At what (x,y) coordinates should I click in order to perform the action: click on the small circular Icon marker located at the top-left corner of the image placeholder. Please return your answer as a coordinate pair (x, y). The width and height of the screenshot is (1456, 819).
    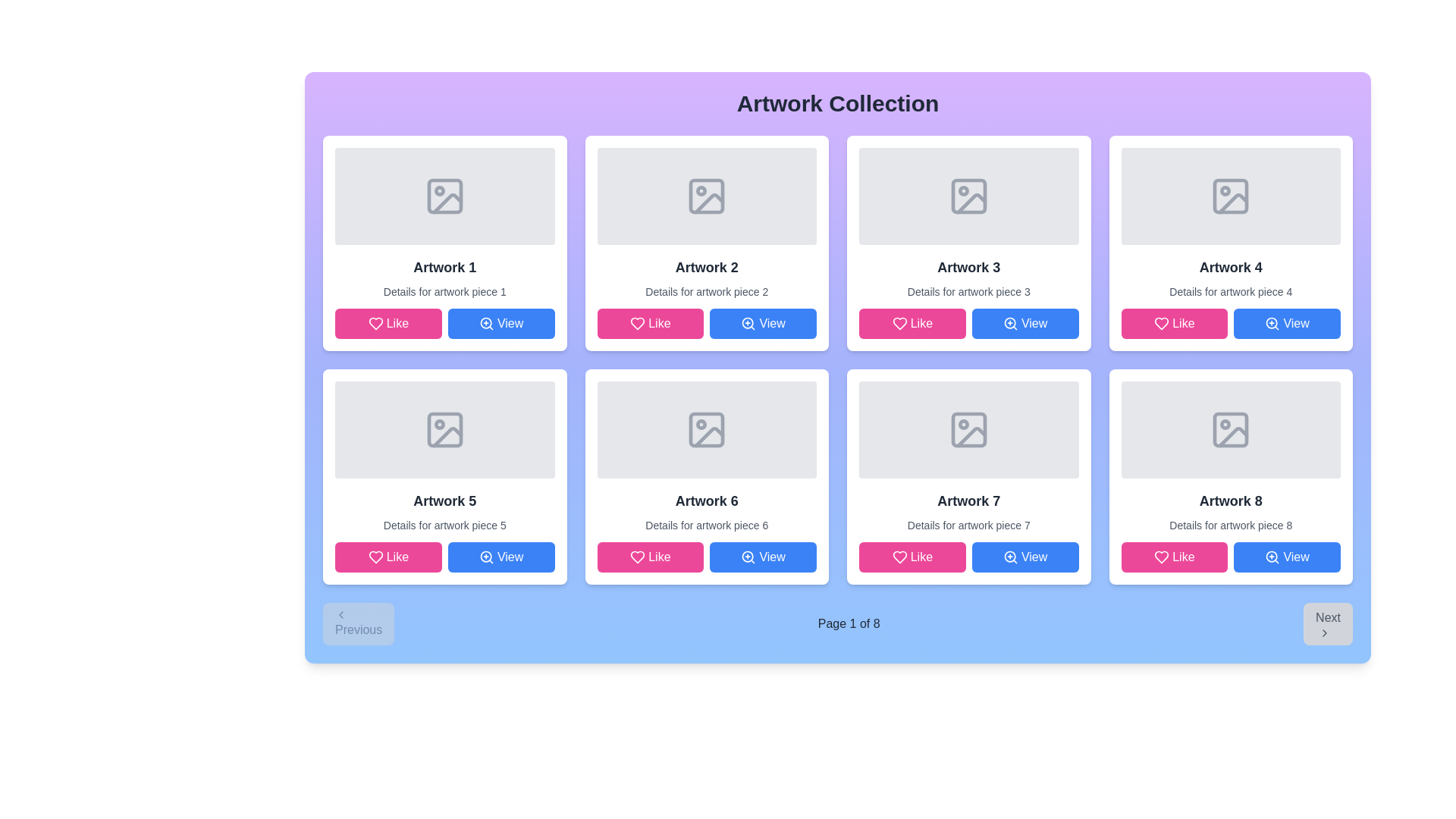
    Looking at the image, I should click on (438, 190).